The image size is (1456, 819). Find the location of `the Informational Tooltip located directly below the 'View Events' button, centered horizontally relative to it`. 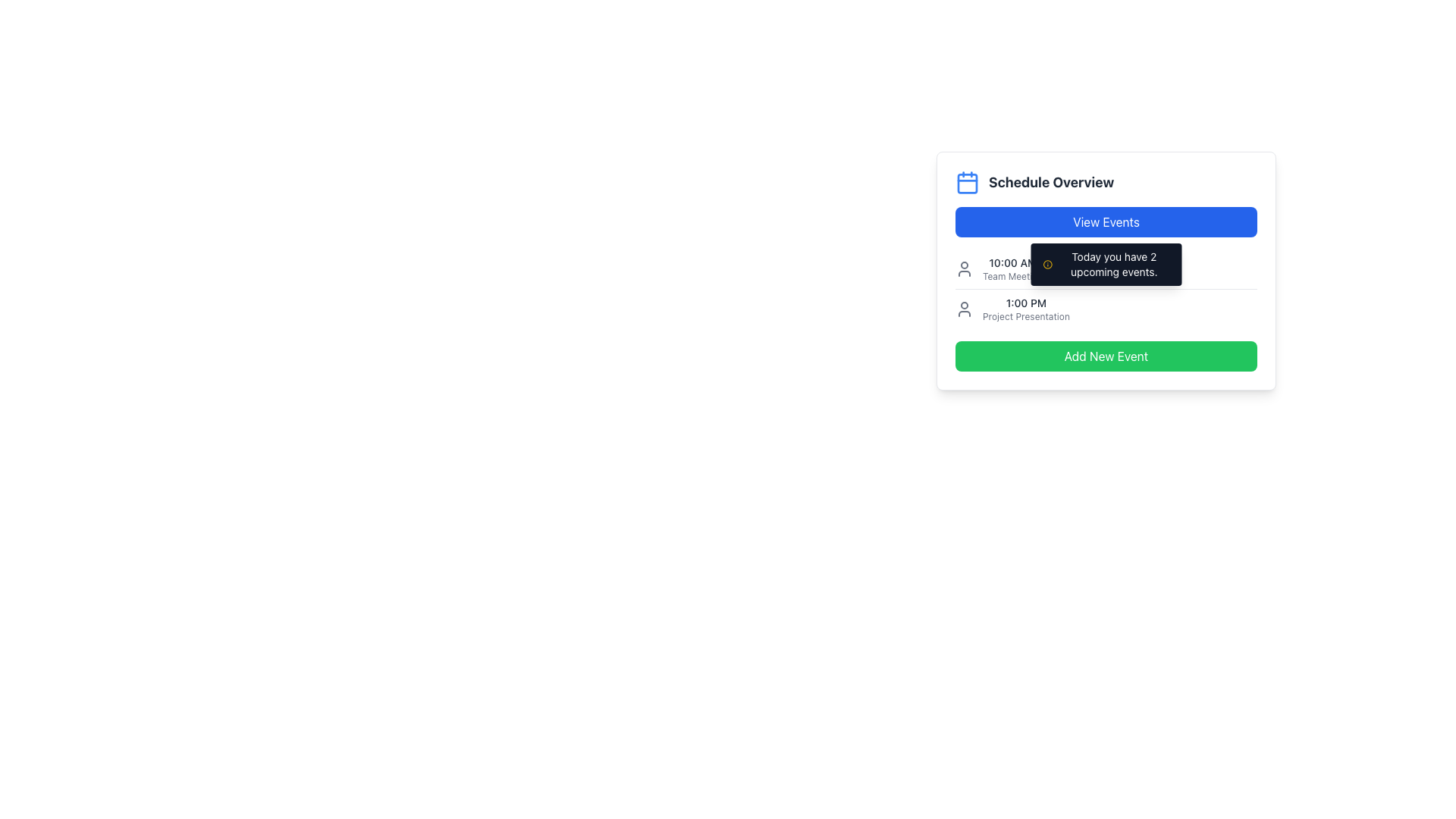

the Informational Tooltip located directly below the 'View Events' button, centered horizontally relative to it is located at coordinates (1106, 263).